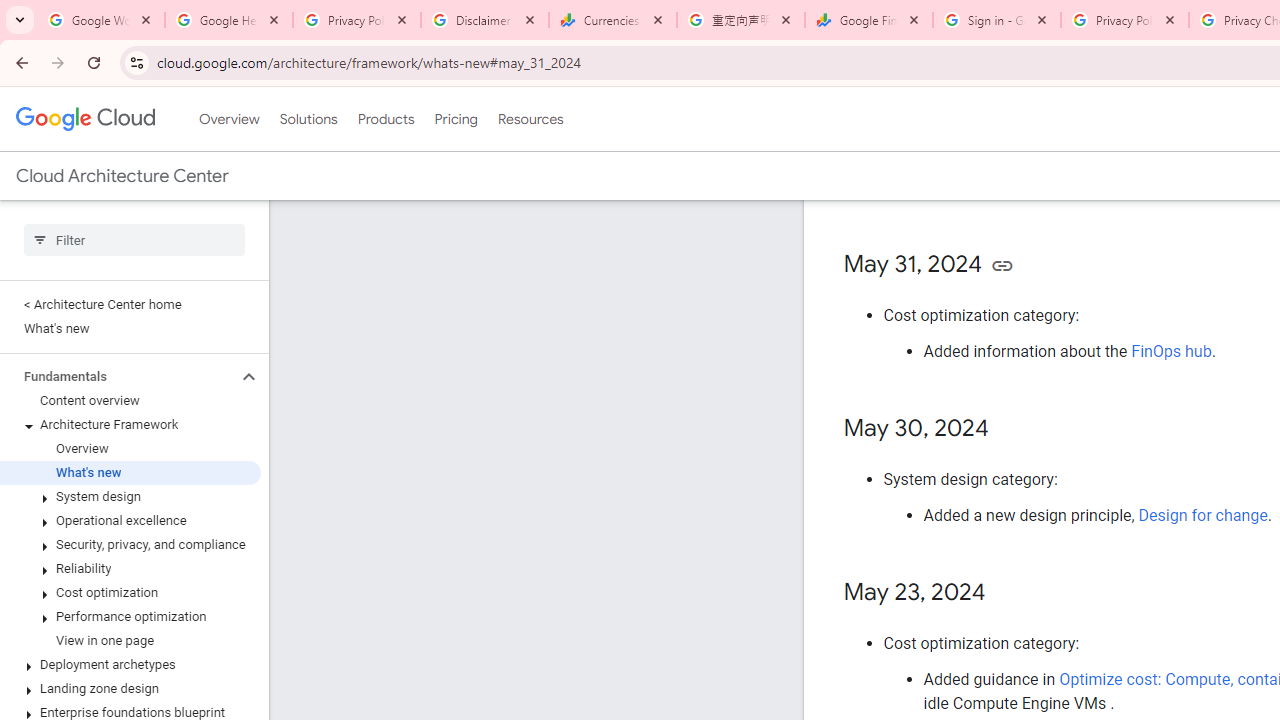  I want to click on 'Security, privacy, and compliance', so click(129, 545).